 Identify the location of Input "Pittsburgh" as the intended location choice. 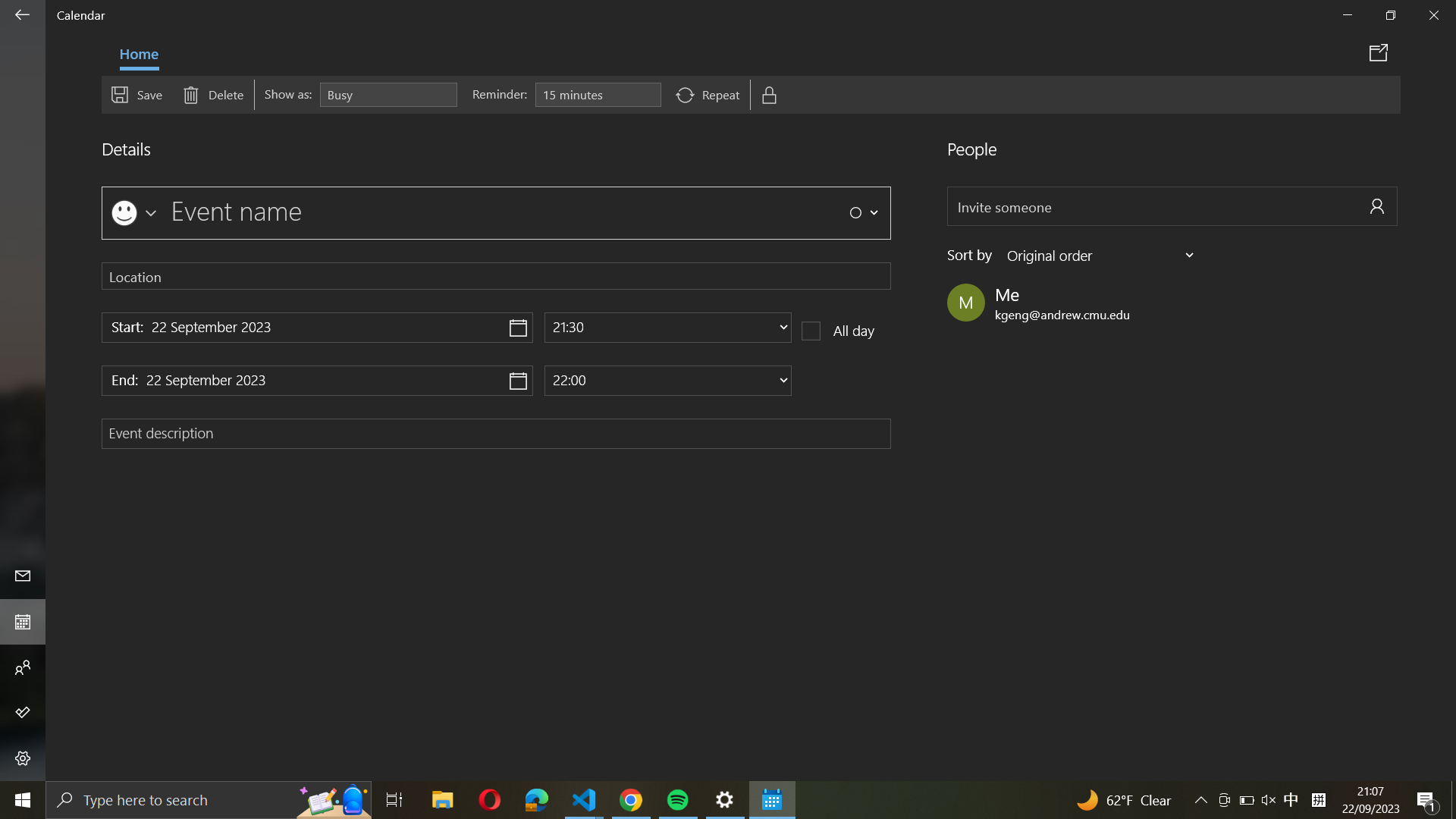
(496, 275).